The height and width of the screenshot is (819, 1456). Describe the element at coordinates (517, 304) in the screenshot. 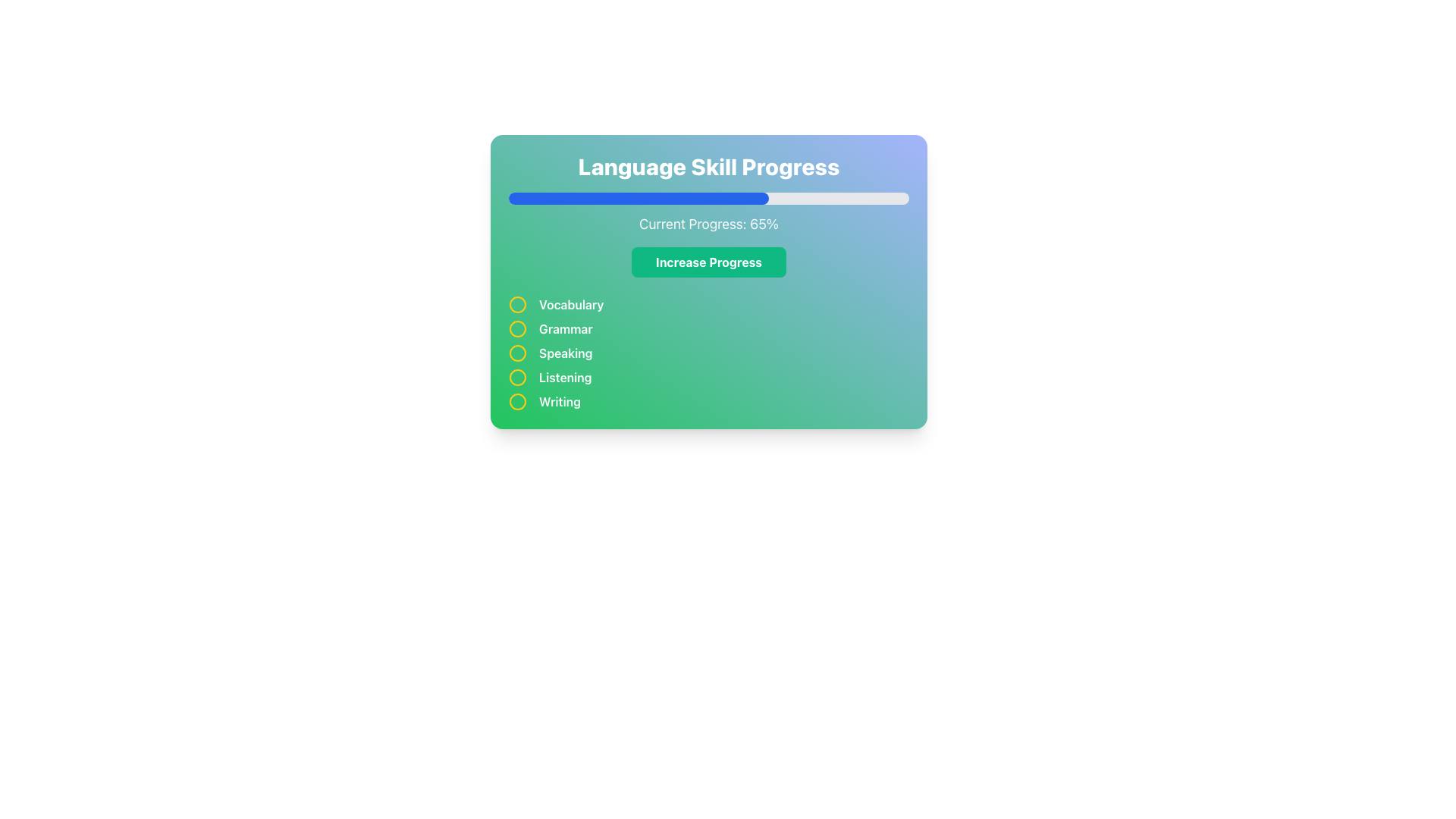

I see `properties of the first graphical circle in the vertical list associated with the 'Vocabulary' entry` at that location.